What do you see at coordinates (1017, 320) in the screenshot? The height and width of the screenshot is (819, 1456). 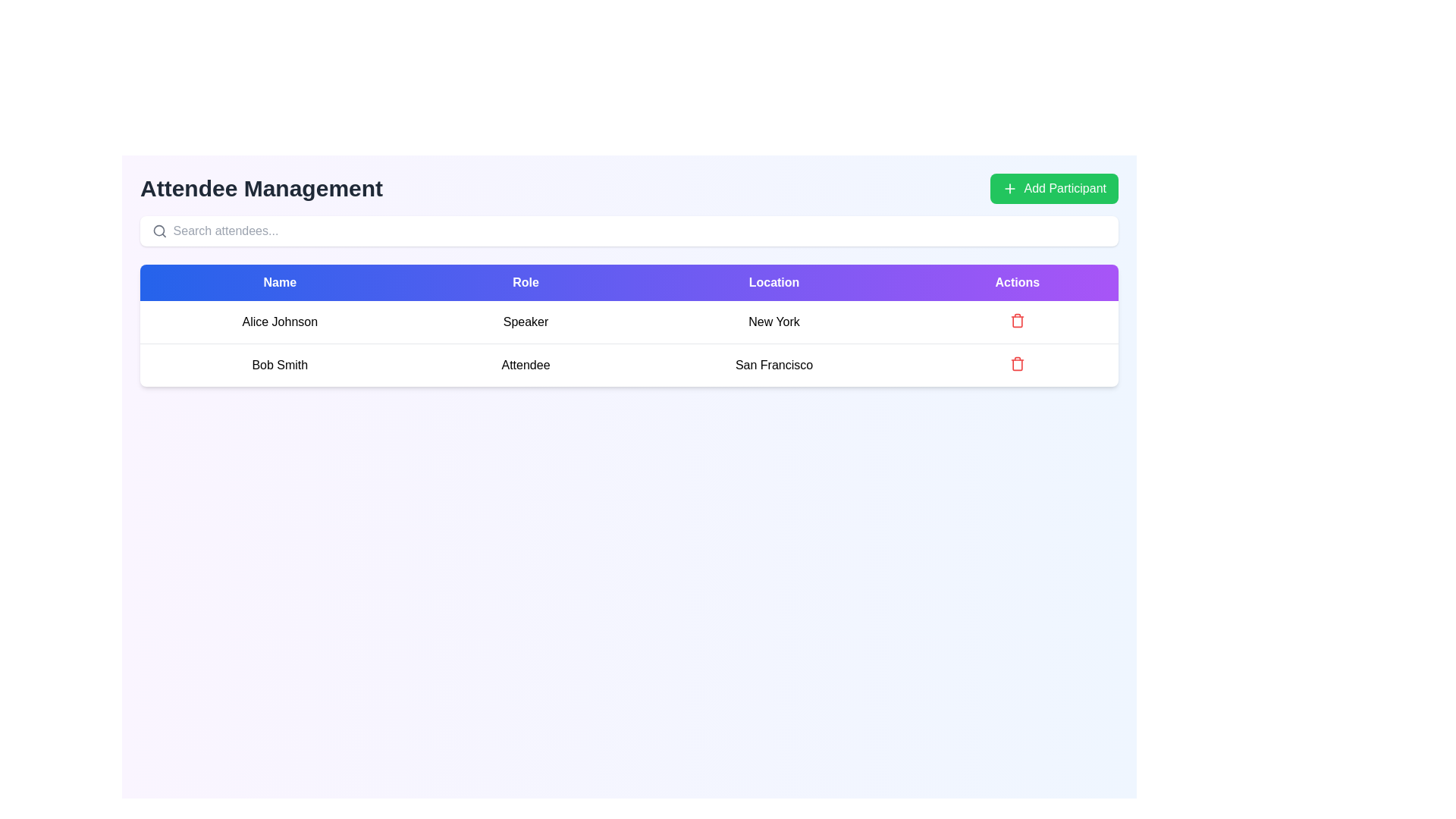 I see `the delete icon button located in the 'Actions' column of the table` at bounding box center [1017, 320].